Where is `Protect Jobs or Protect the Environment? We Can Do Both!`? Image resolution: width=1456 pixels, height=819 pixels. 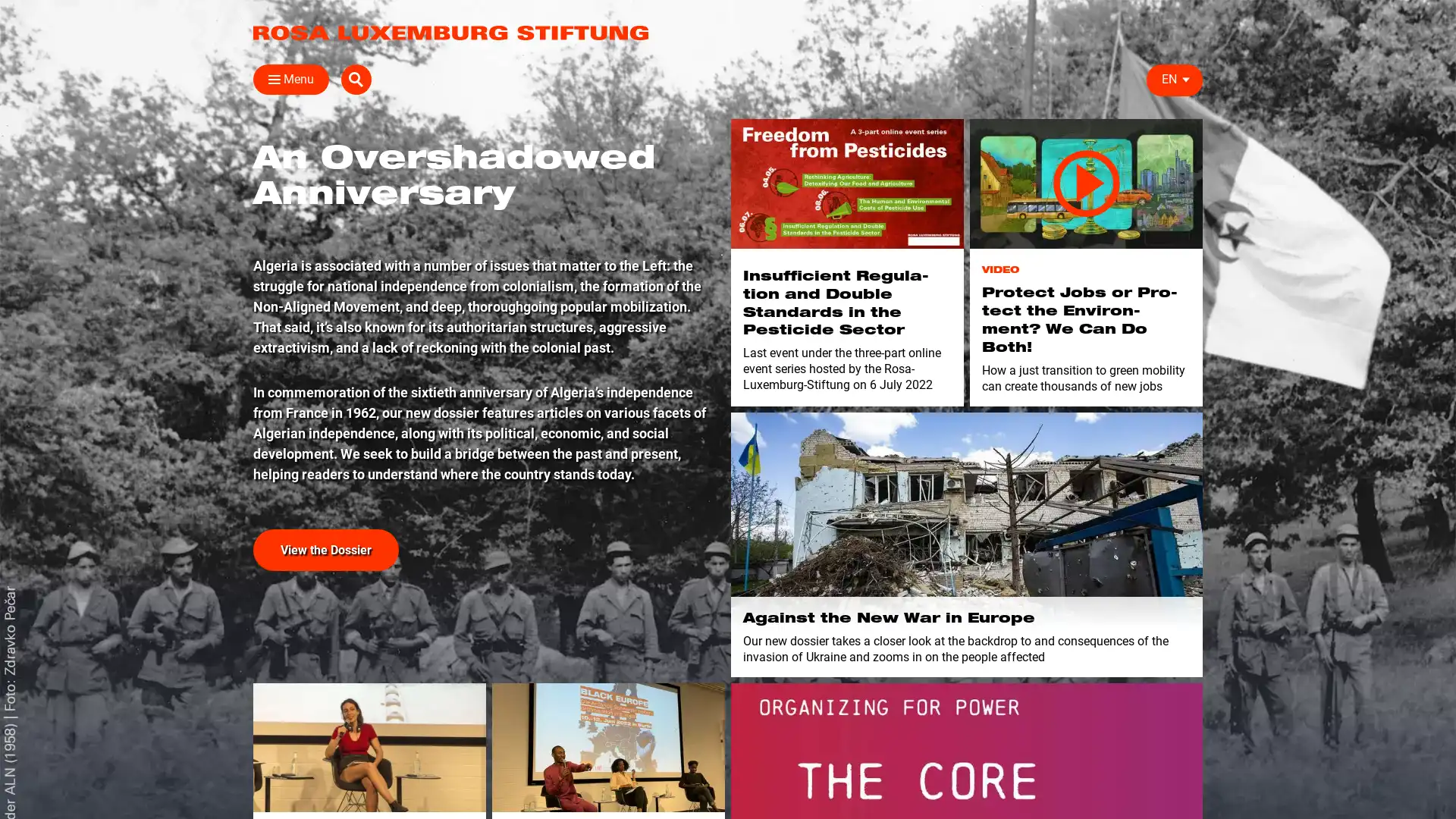
Protect Jobs or Protect the Environment? We Can Do Both! is located at coordinates (1085, 183).